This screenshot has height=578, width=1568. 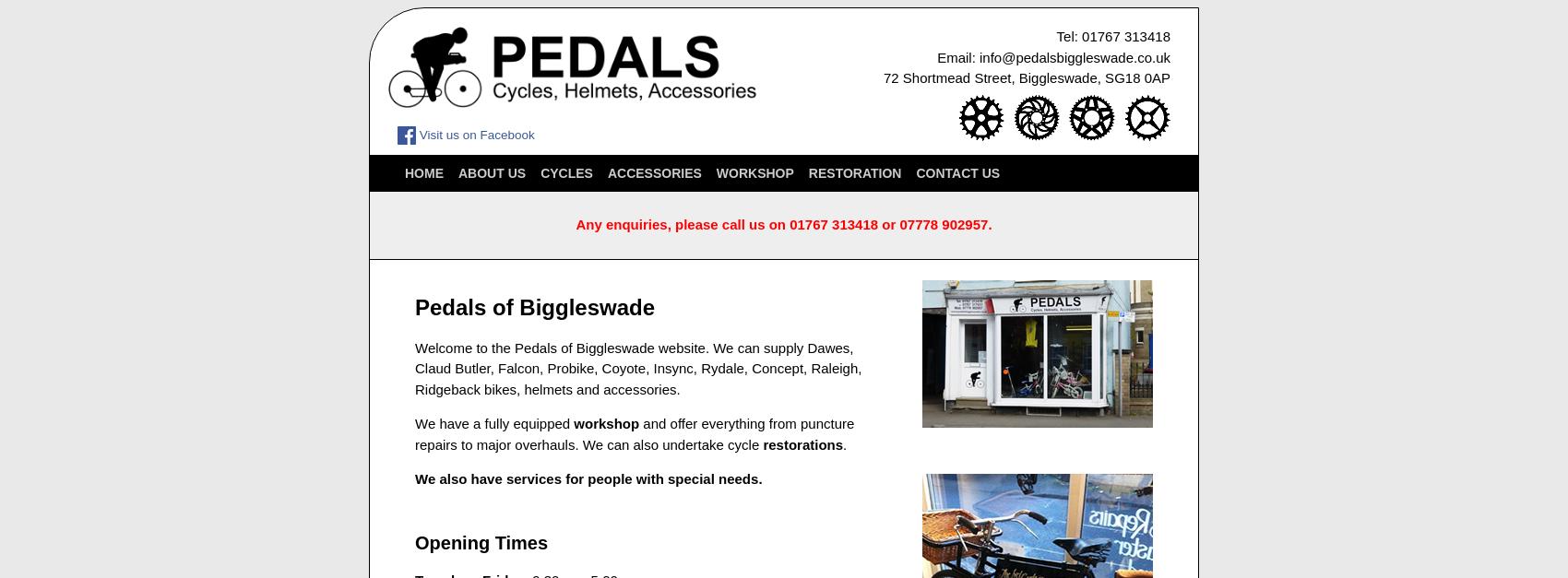 I want to click on 'About Us', so click(x=491, y=171).